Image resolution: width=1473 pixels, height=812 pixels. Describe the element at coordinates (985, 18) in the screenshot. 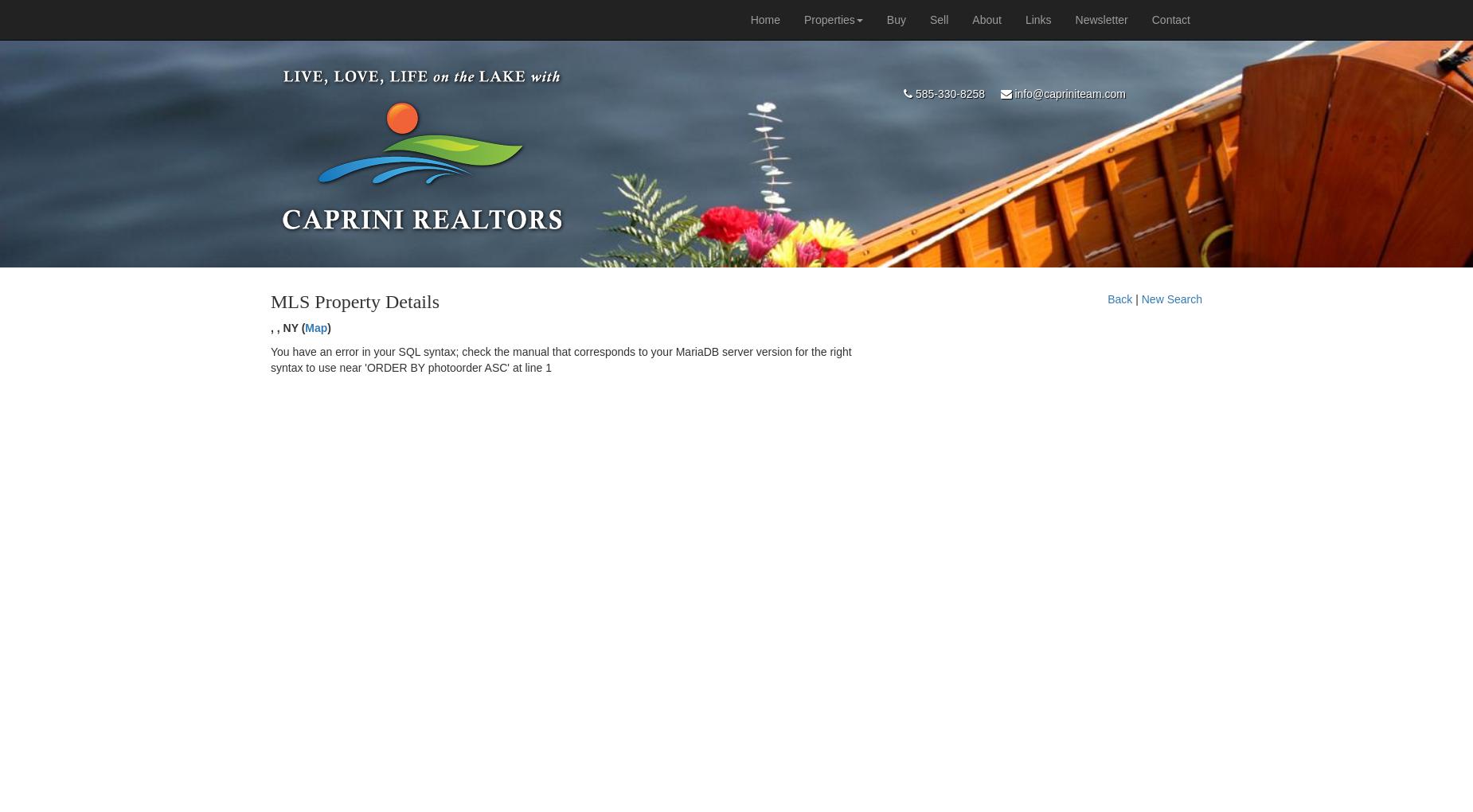

I see `'About'` at that location.